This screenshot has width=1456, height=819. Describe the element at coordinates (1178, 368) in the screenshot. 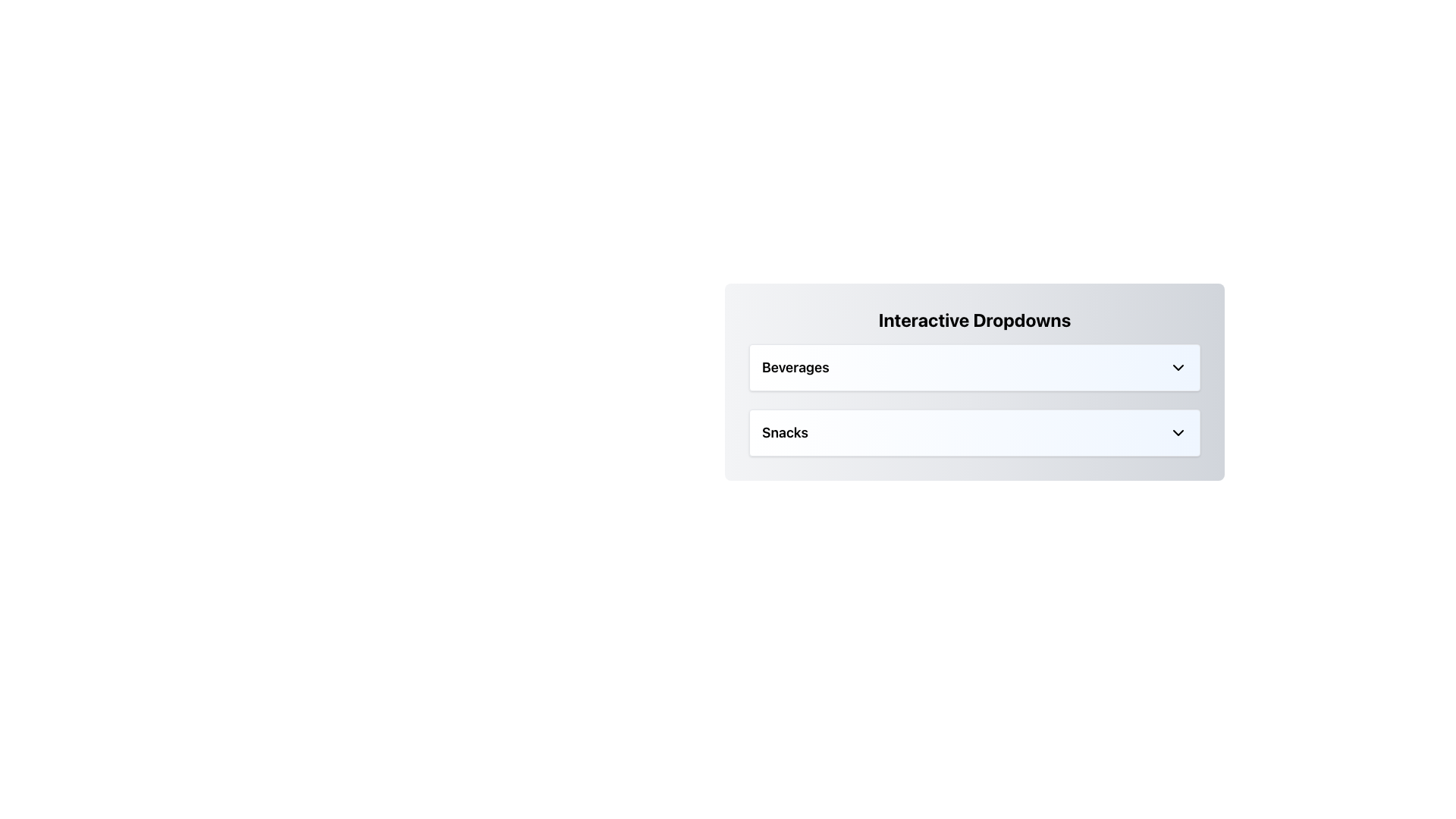

I see `the chevron-down icon located to the far right of the 'Beverages' section` at that location.